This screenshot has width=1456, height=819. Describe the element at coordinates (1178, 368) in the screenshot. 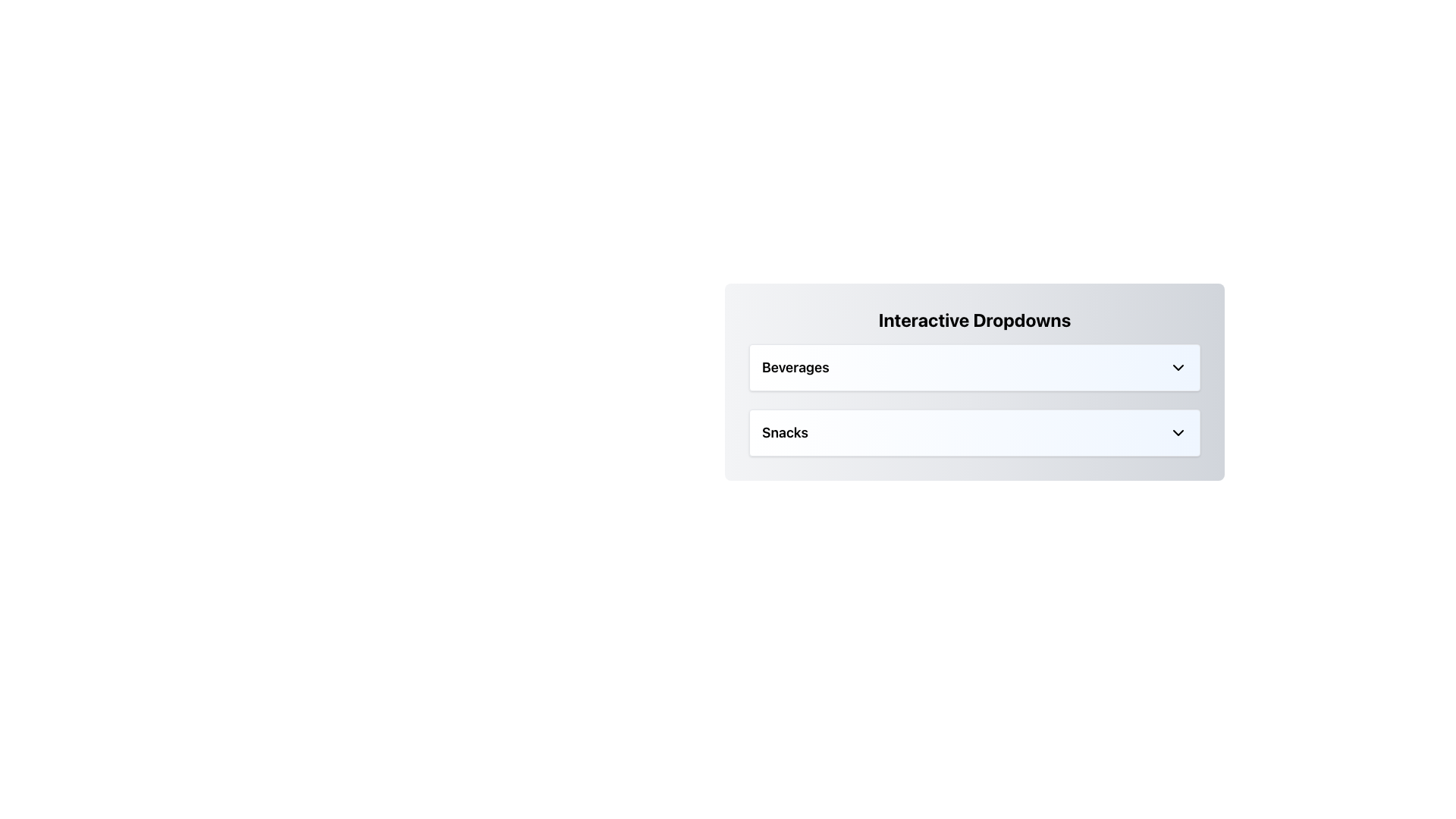

I see `the chevron-down icon located to the far right of the 'Beverages' section` at that location.